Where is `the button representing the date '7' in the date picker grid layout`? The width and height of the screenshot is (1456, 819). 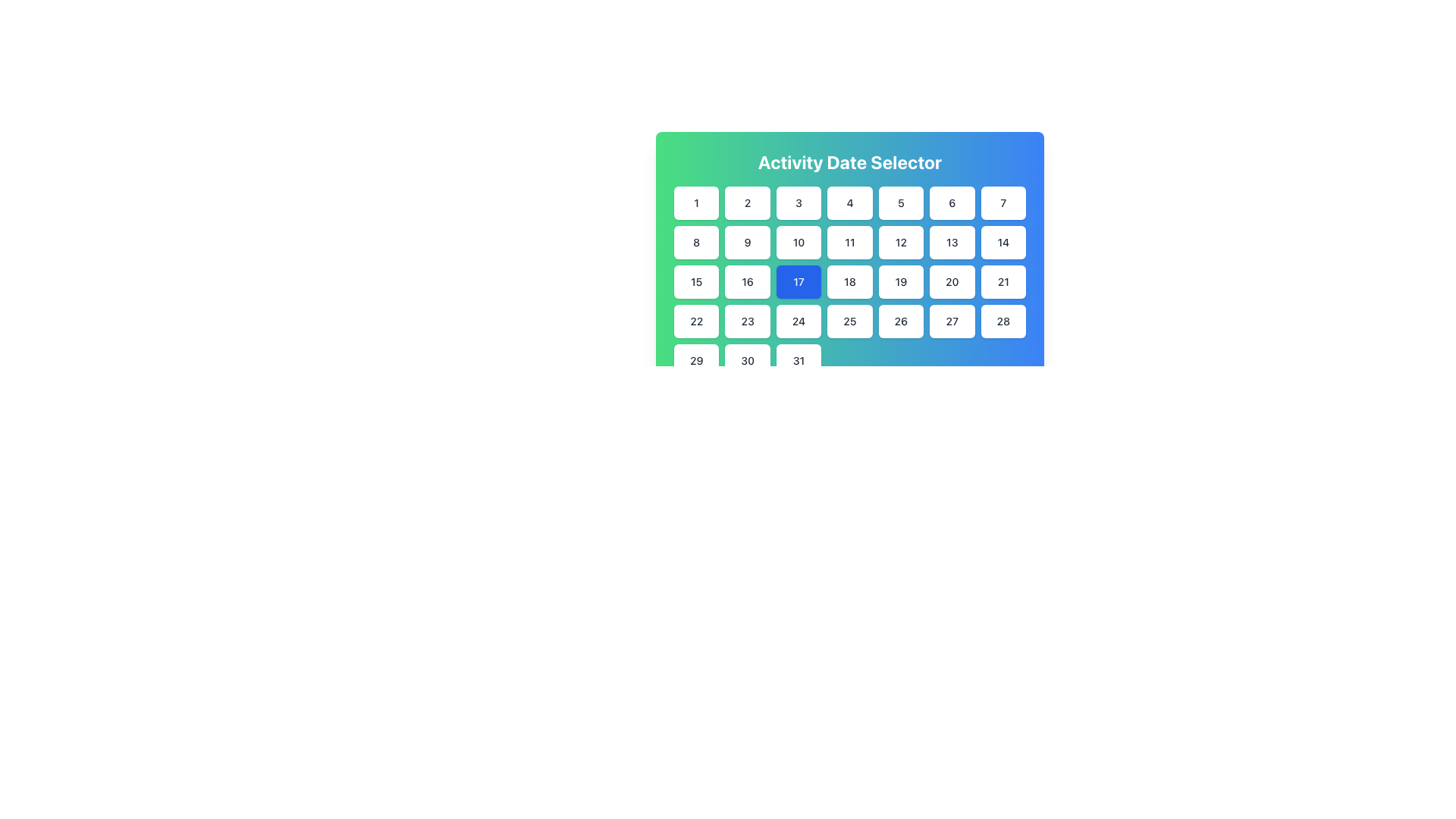
the button representing the date '7' in the date picker grid layout is located at coordinates (1003, 202).